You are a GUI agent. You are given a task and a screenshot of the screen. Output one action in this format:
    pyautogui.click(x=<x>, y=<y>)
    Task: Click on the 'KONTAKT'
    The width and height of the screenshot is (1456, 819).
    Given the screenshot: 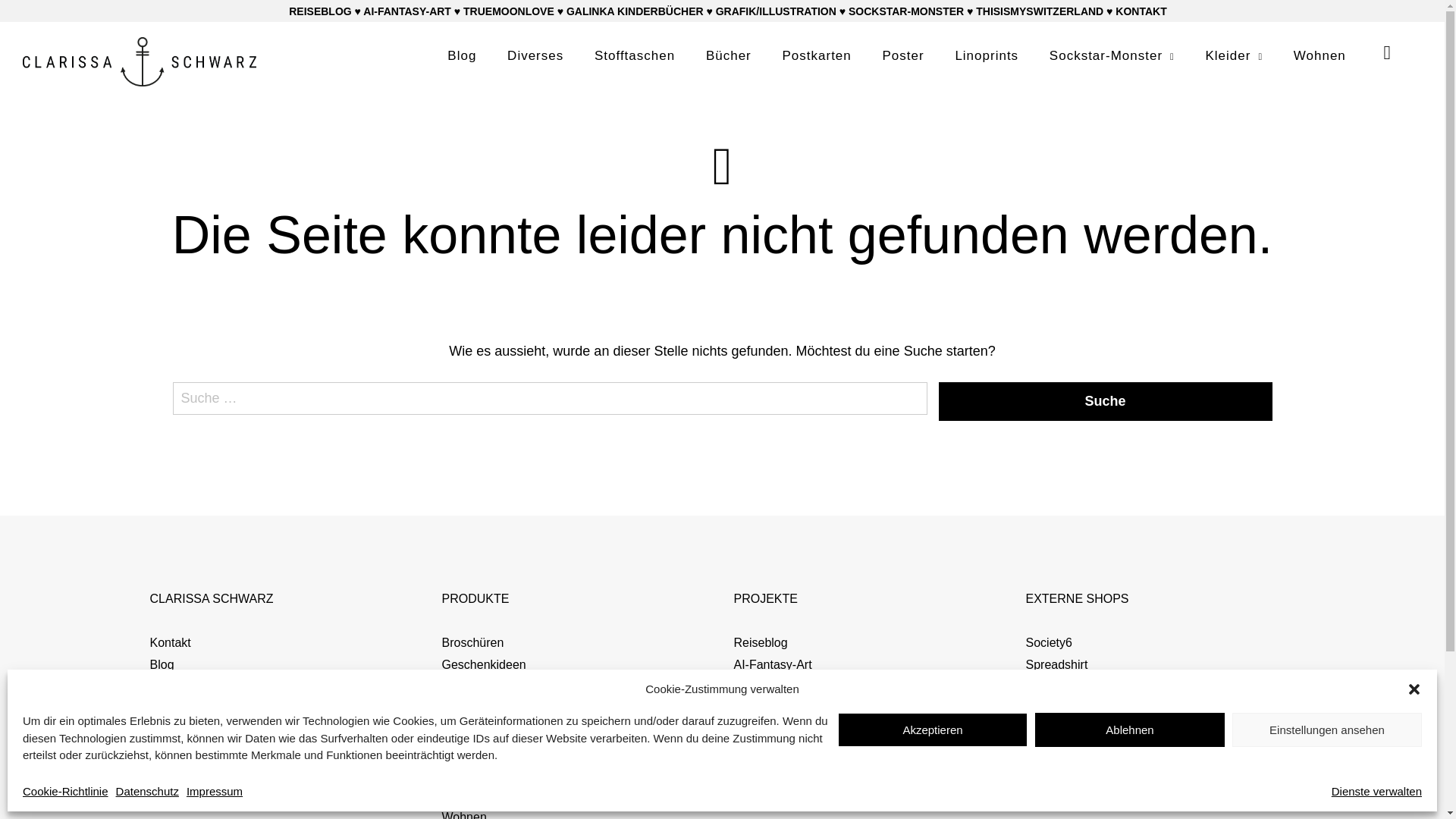 What is the action you would take?
    pyautogui.click(x=1141, y=11)
    